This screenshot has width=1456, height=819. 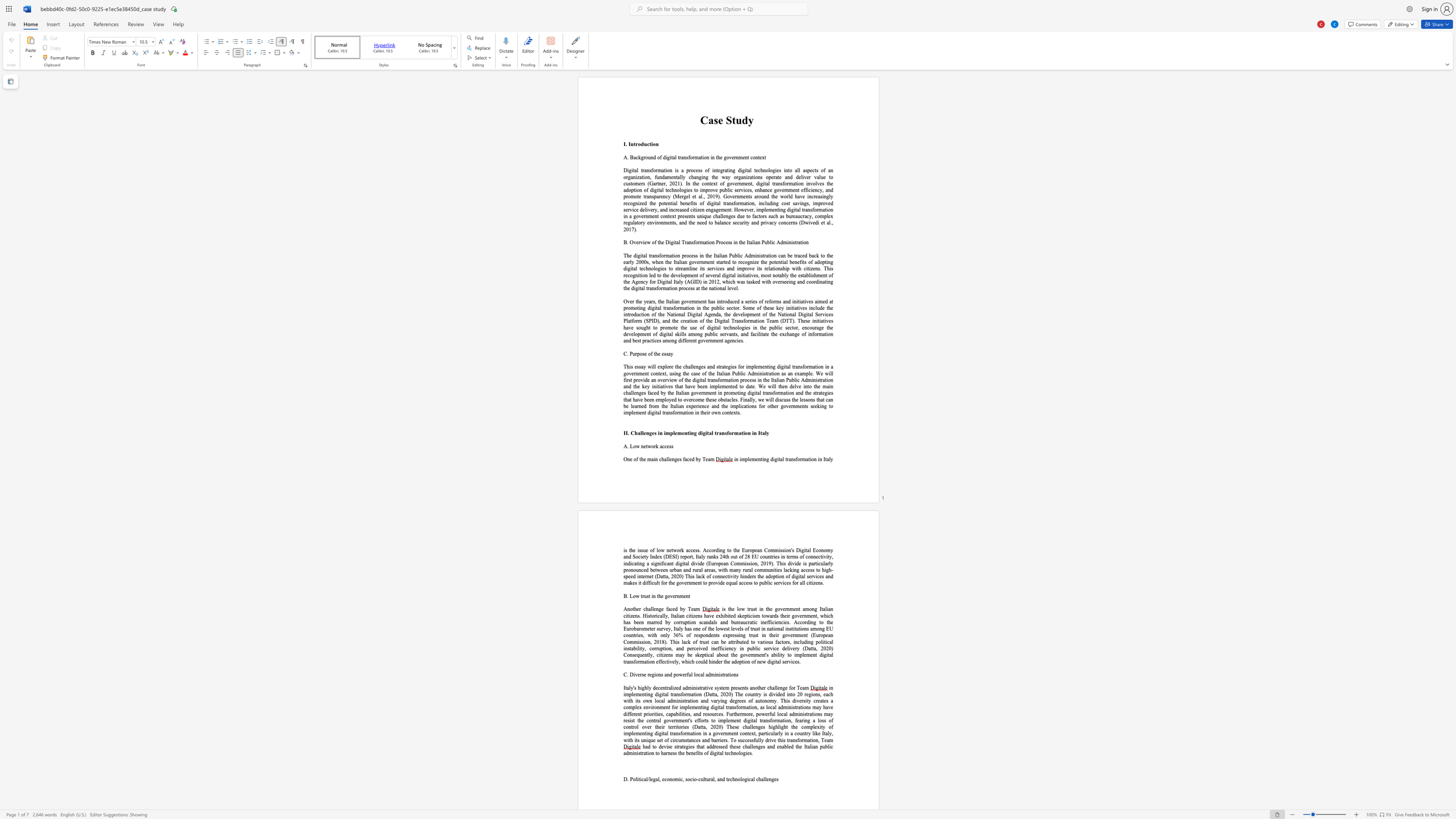 I want to click on the 26th character "e" in the text, so click(x=774, y=635).